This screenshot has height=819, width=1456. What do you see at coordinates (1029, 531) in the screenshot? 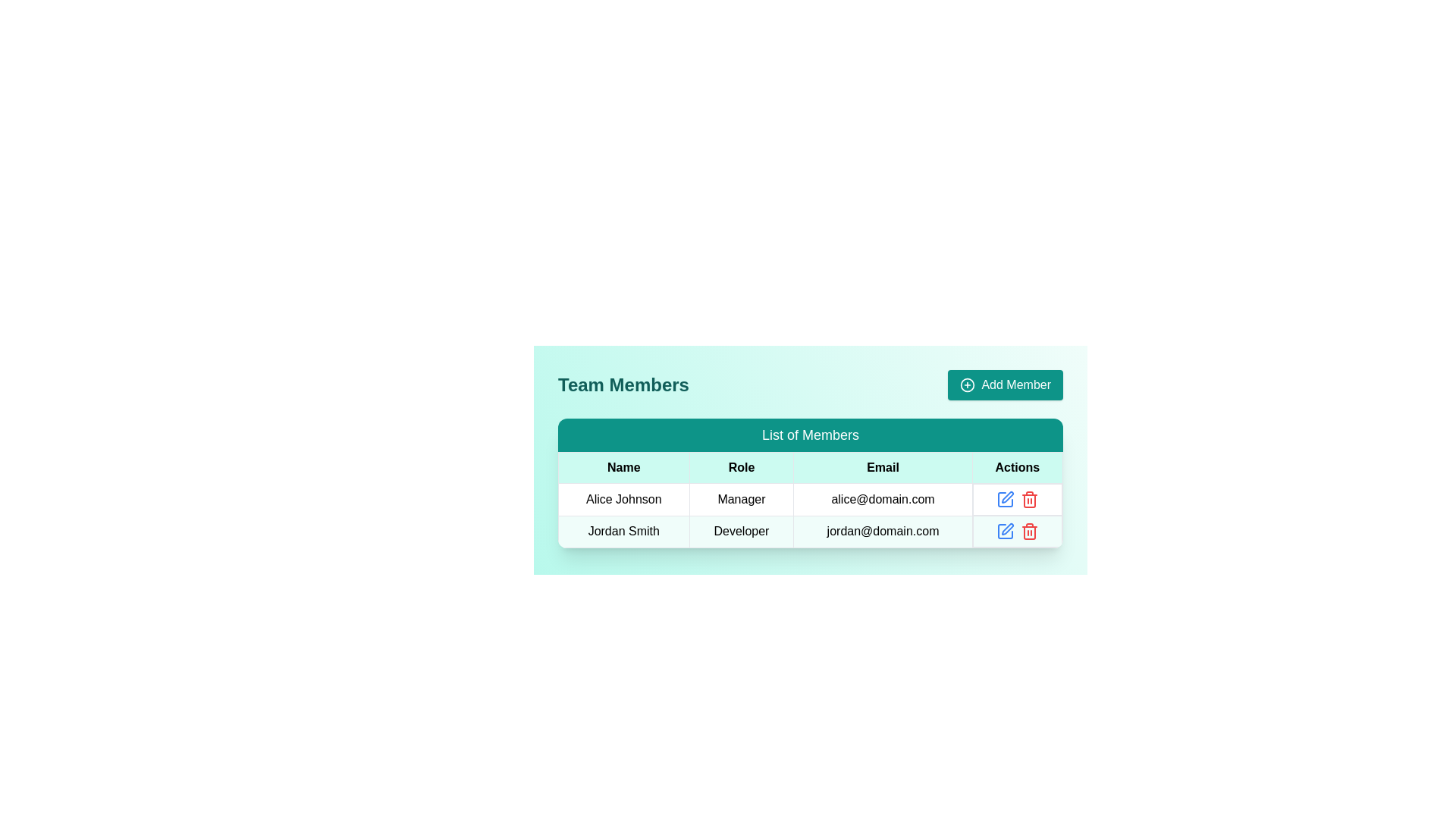
I see `the delete button located in the last column of the second row under the 'Actions' header` at bounding box center [1029, 531].